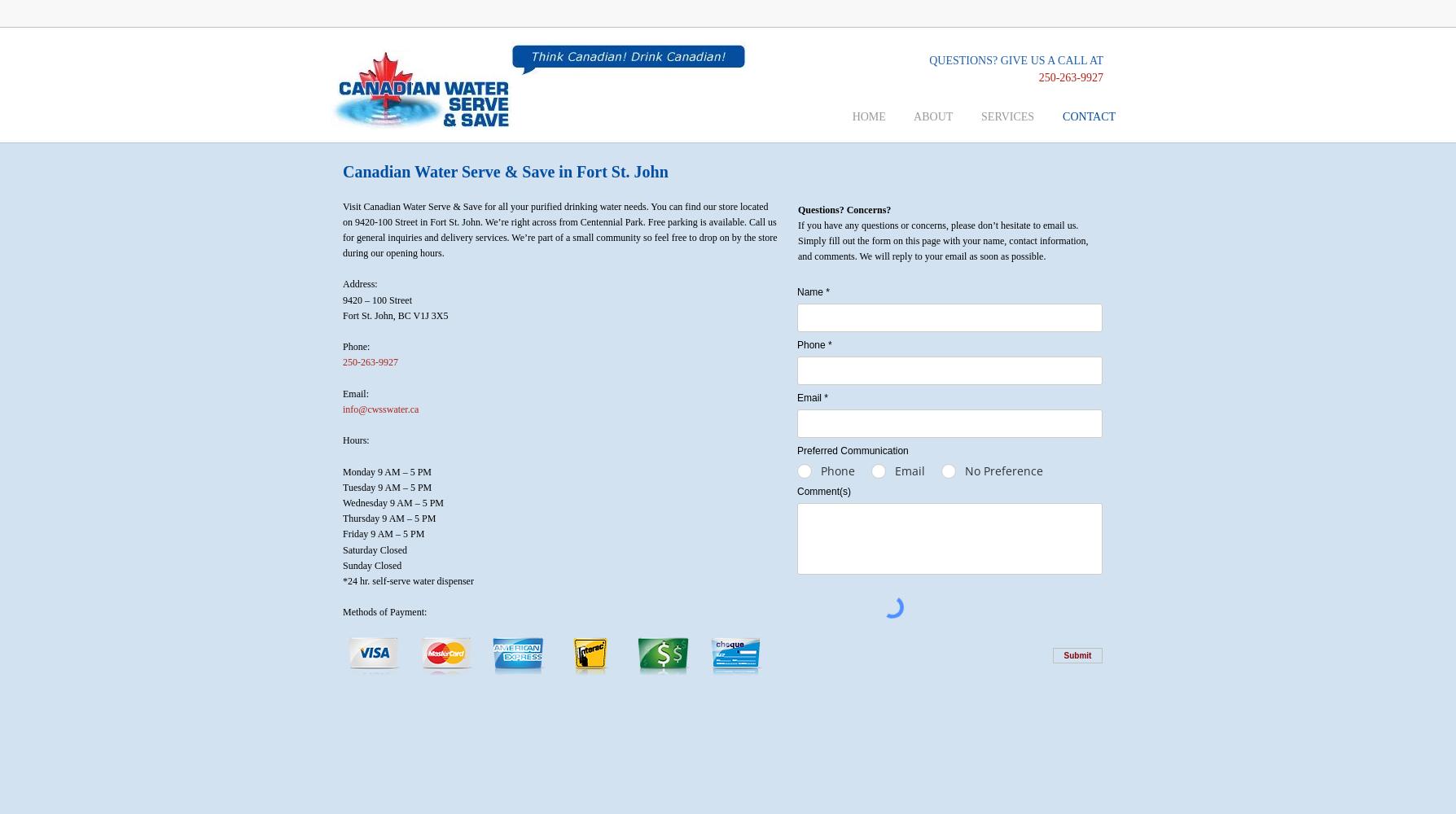  I want to click on 'Thank you! Your message has been successfully sent. We will contact you very soon!', so click(948, 685).